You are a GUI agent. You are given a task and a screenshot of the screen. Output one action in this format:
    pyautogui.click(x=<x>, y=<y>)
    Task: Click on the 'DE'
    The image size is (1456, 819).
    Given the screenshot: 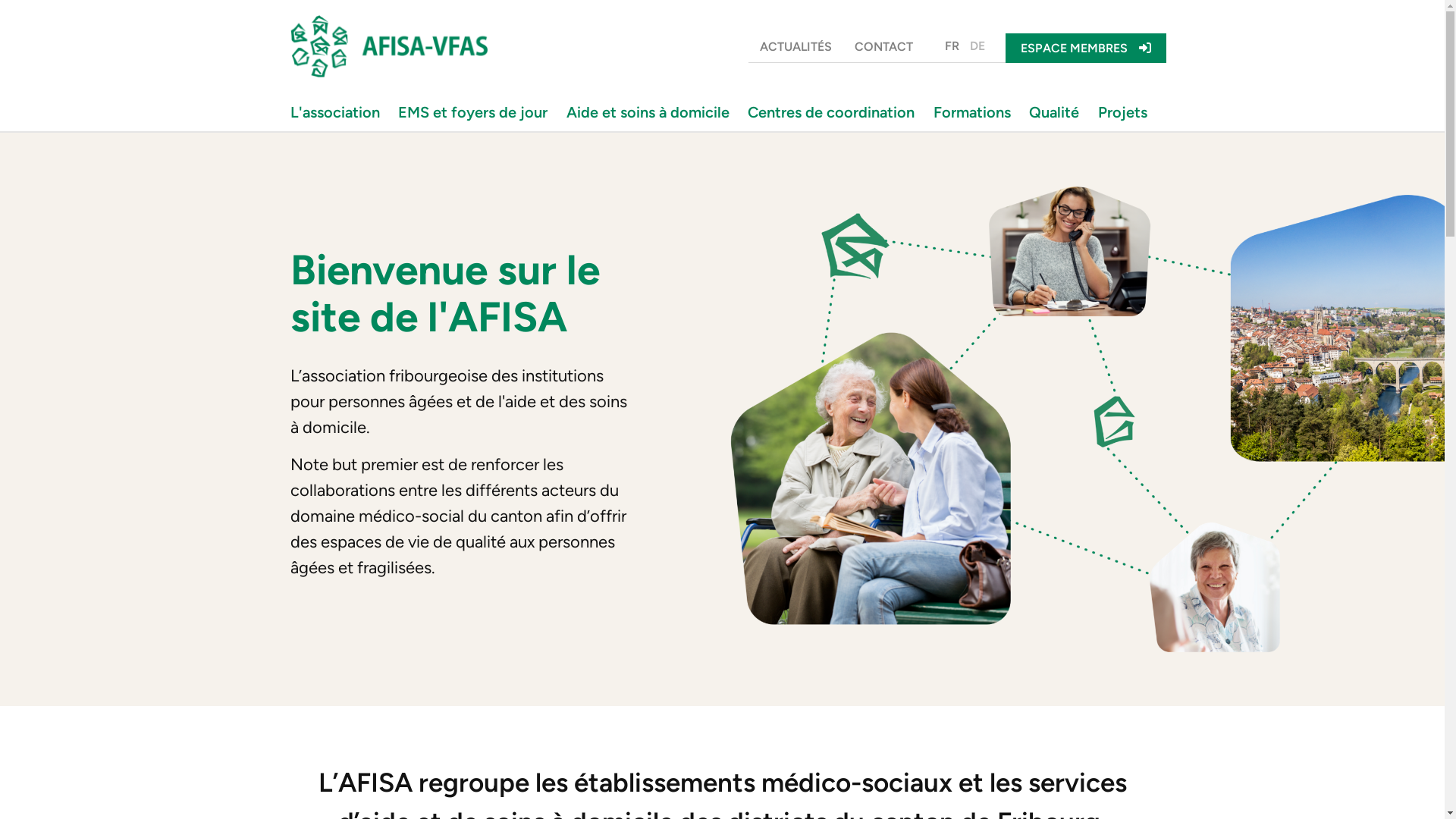 What is the action you would take?
    pyautogui.click(x=977, y=45)
    